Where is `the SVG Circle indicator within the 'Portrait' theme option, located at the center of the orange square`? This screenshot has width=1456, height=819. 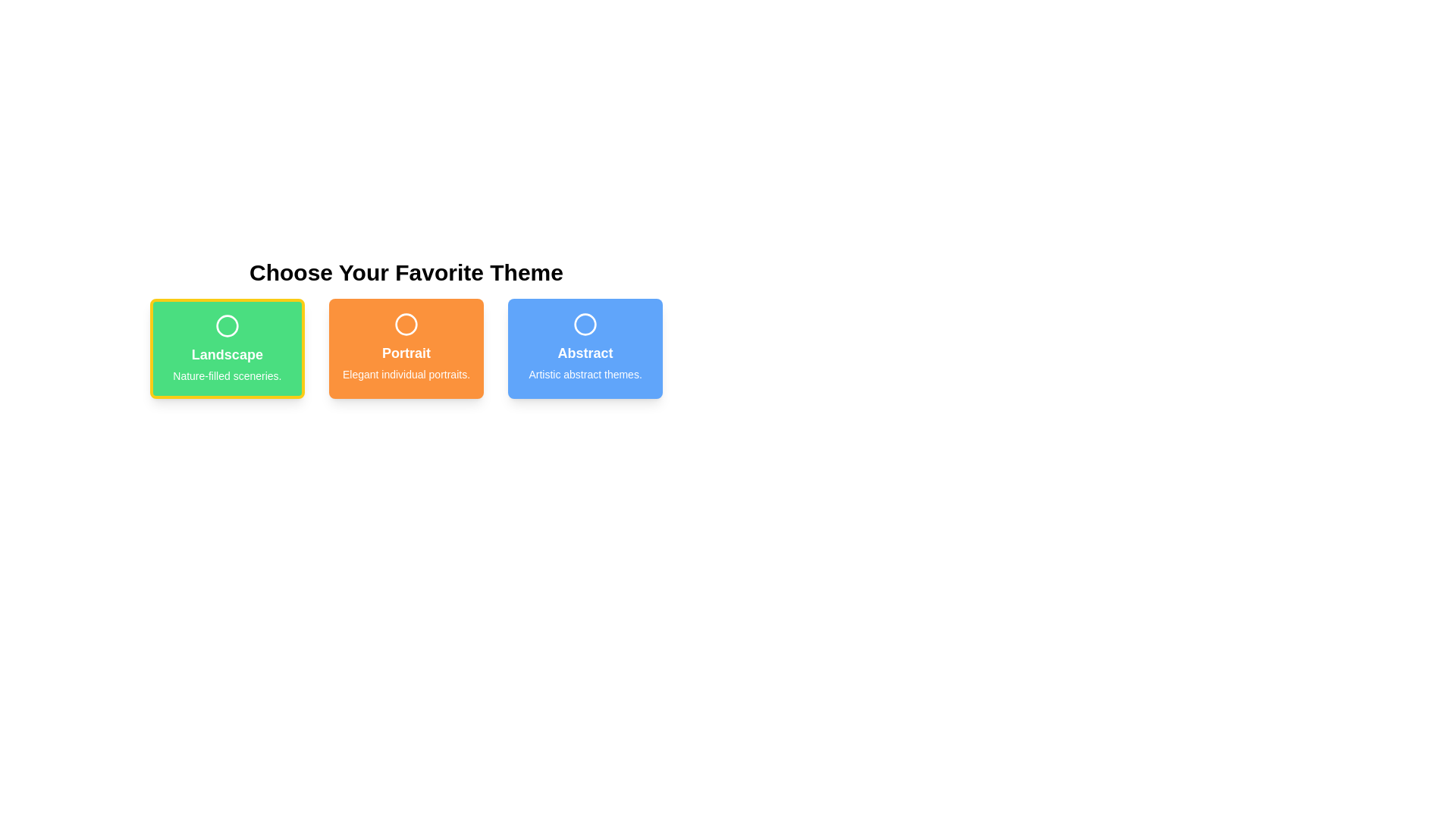
the SVG Circle indicator within the 'Portrait' theme option, located at the center of the orange square is located at coordinates (406, 324).